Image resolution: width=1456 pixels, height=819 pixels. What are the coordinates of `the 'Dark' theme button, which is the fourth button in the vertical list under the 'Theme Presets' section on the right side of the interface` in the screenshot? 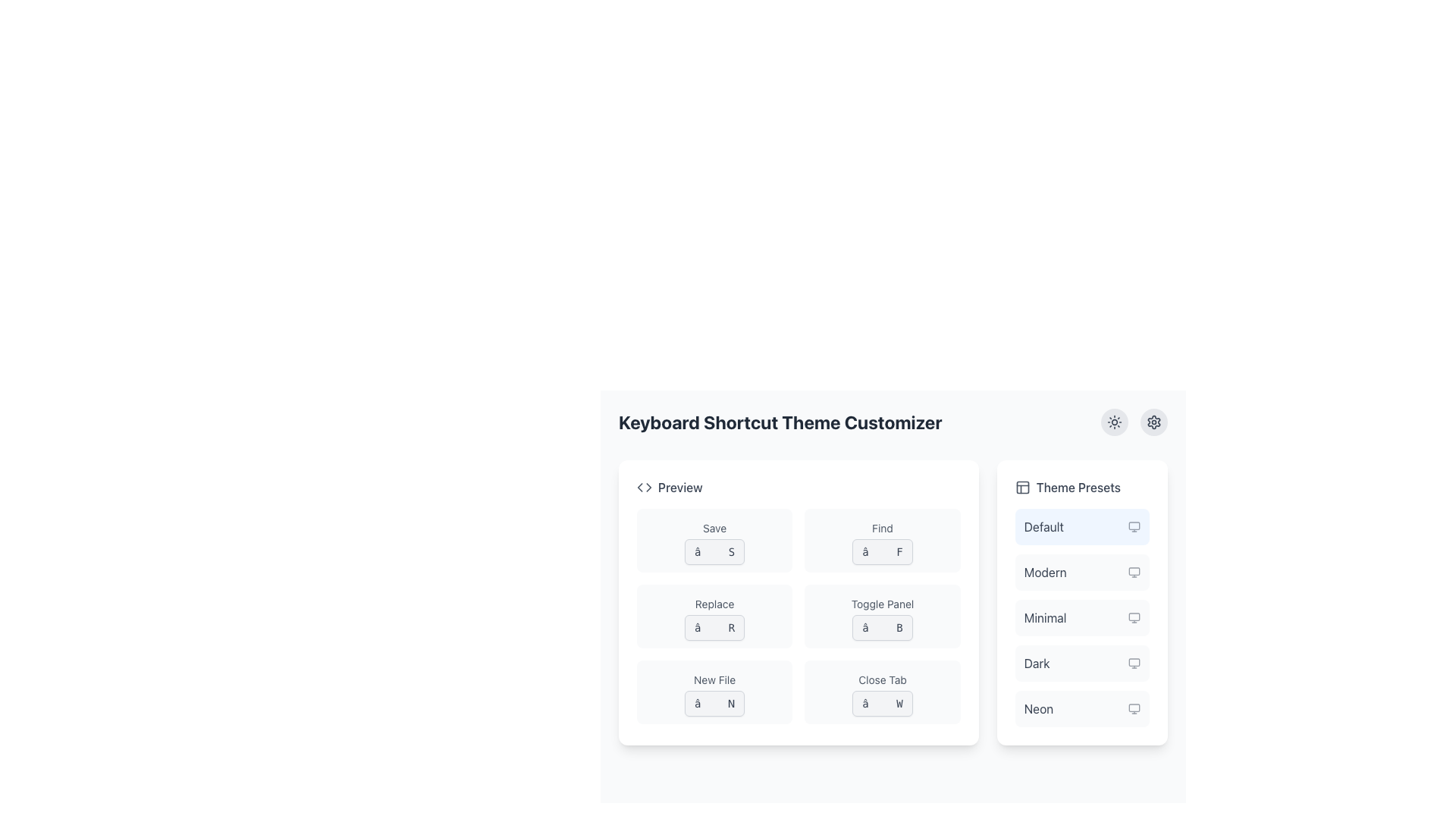 It's located at (1081, 663).